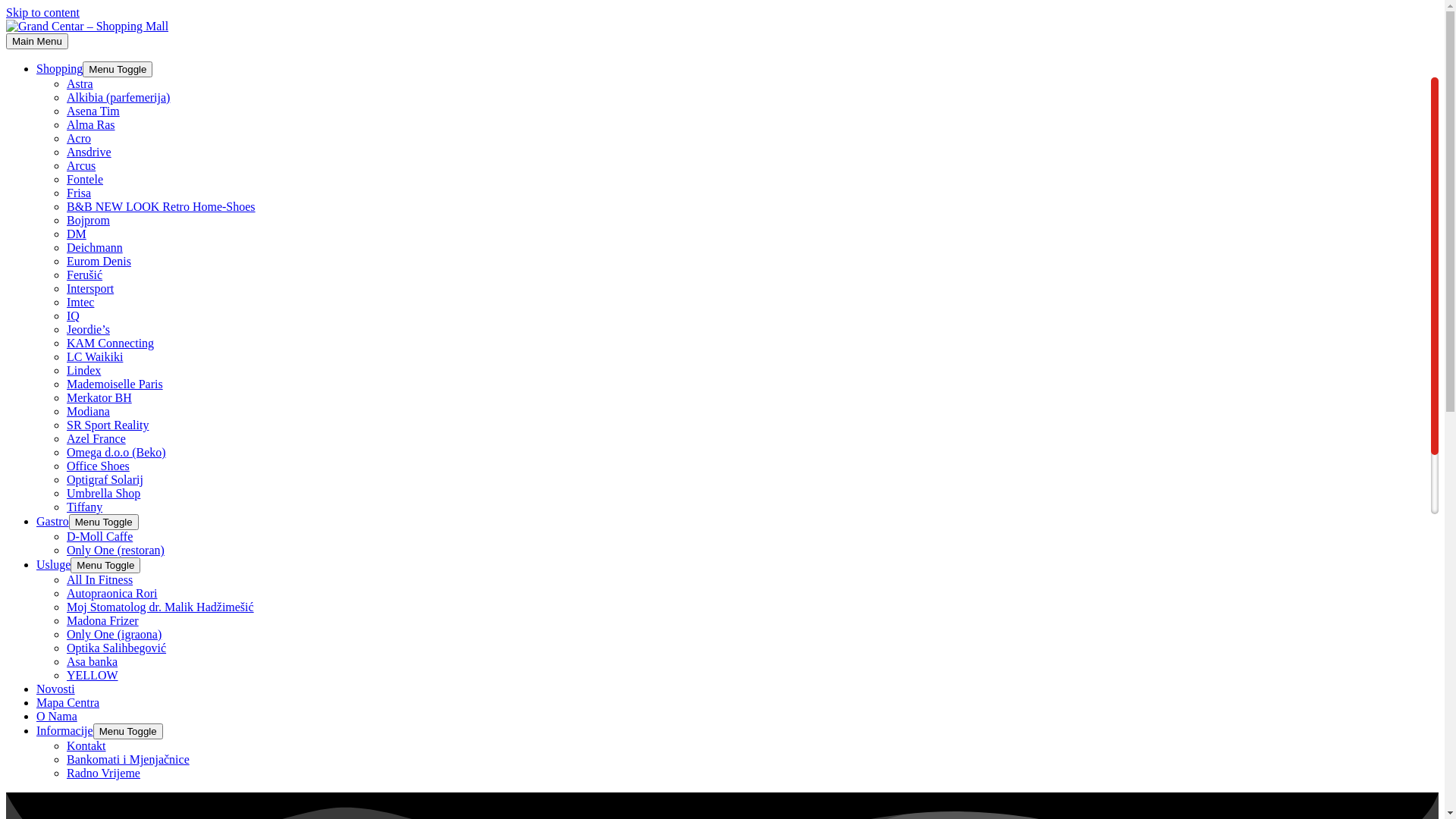 The image size is (1456, 819). I want to click on 'Usluge', so click(53, 564).